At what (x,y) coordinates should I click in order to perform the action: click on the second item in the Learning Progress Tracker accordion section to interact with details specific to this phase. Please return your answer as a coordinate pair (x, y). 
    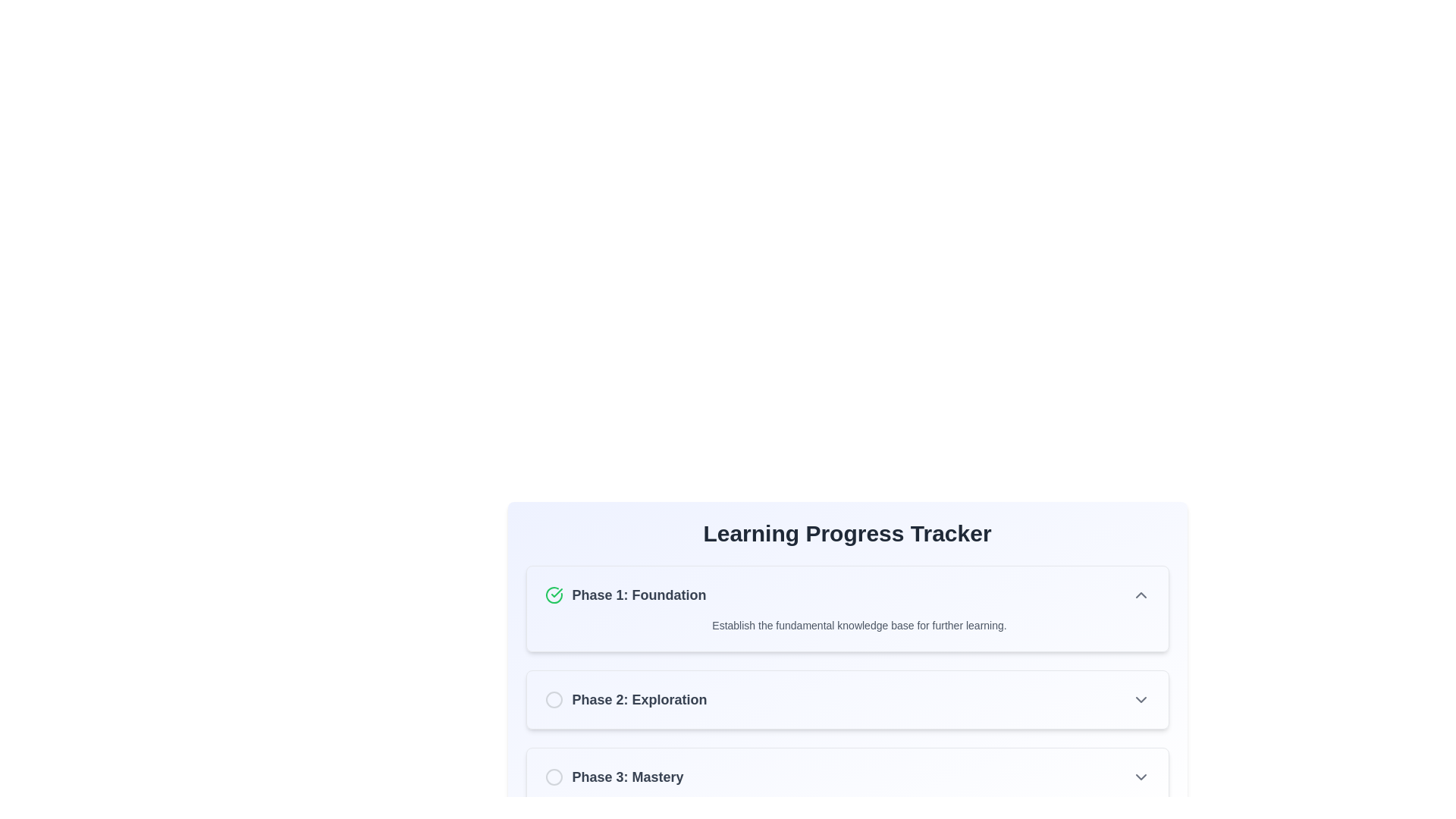
    Looking at the image, I should click on (846, 686).